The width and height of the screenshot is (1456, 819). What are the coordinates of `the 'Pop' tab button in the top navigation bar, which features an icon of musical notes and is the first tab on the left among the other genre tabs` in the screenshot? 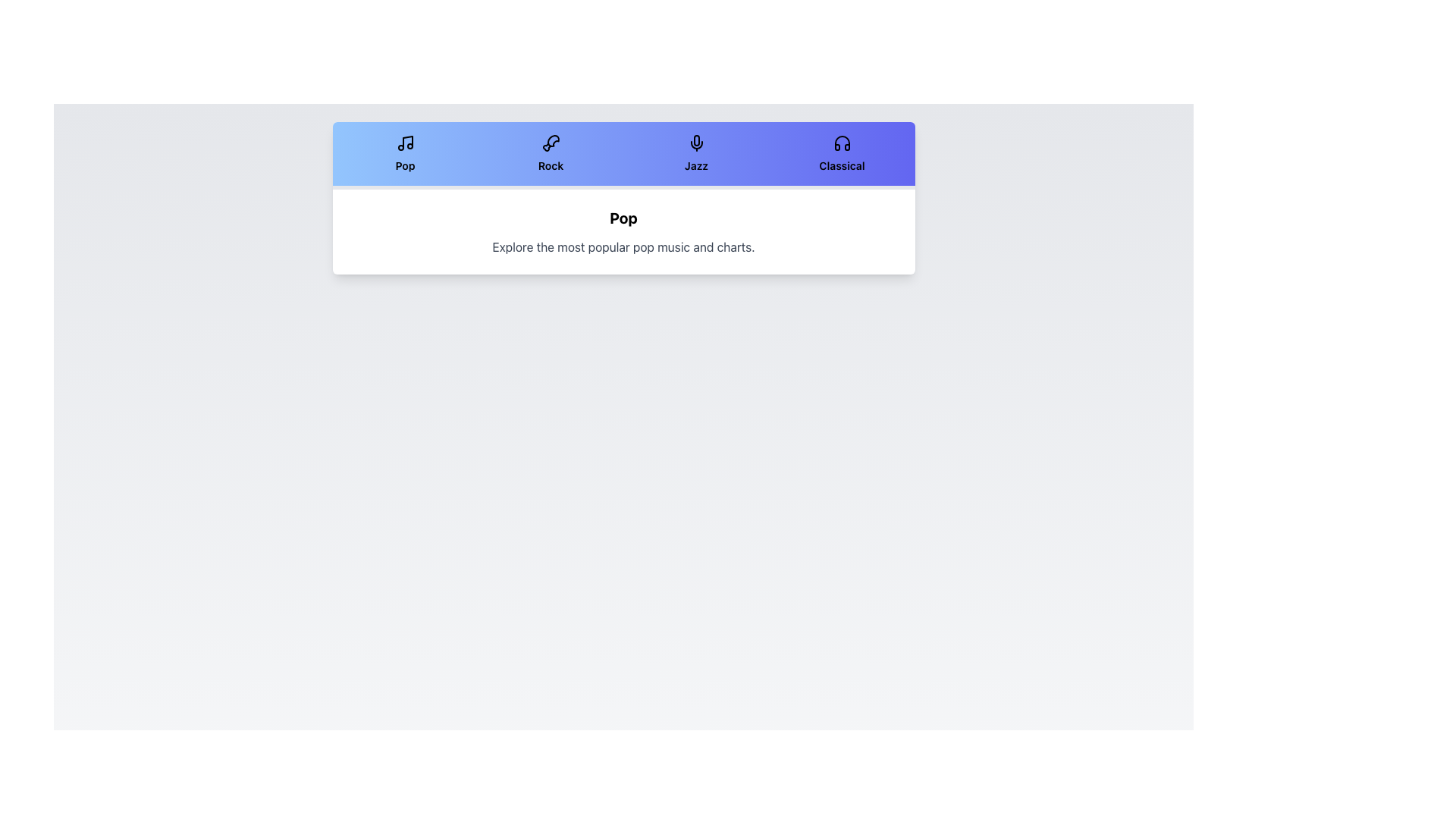 It's located at (405, 154).